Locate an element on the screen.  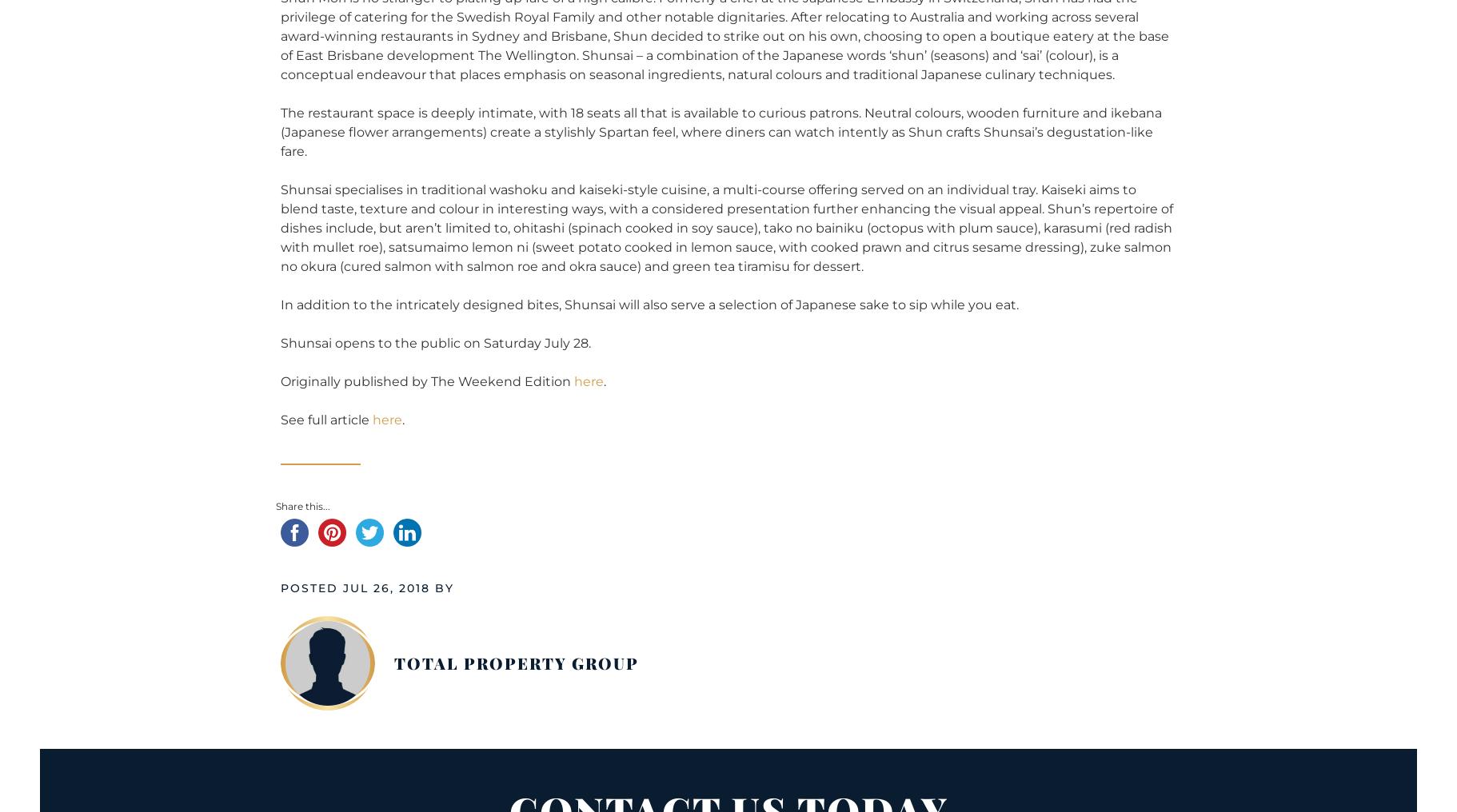
'Share this...' is located at coordinates (301, 505).